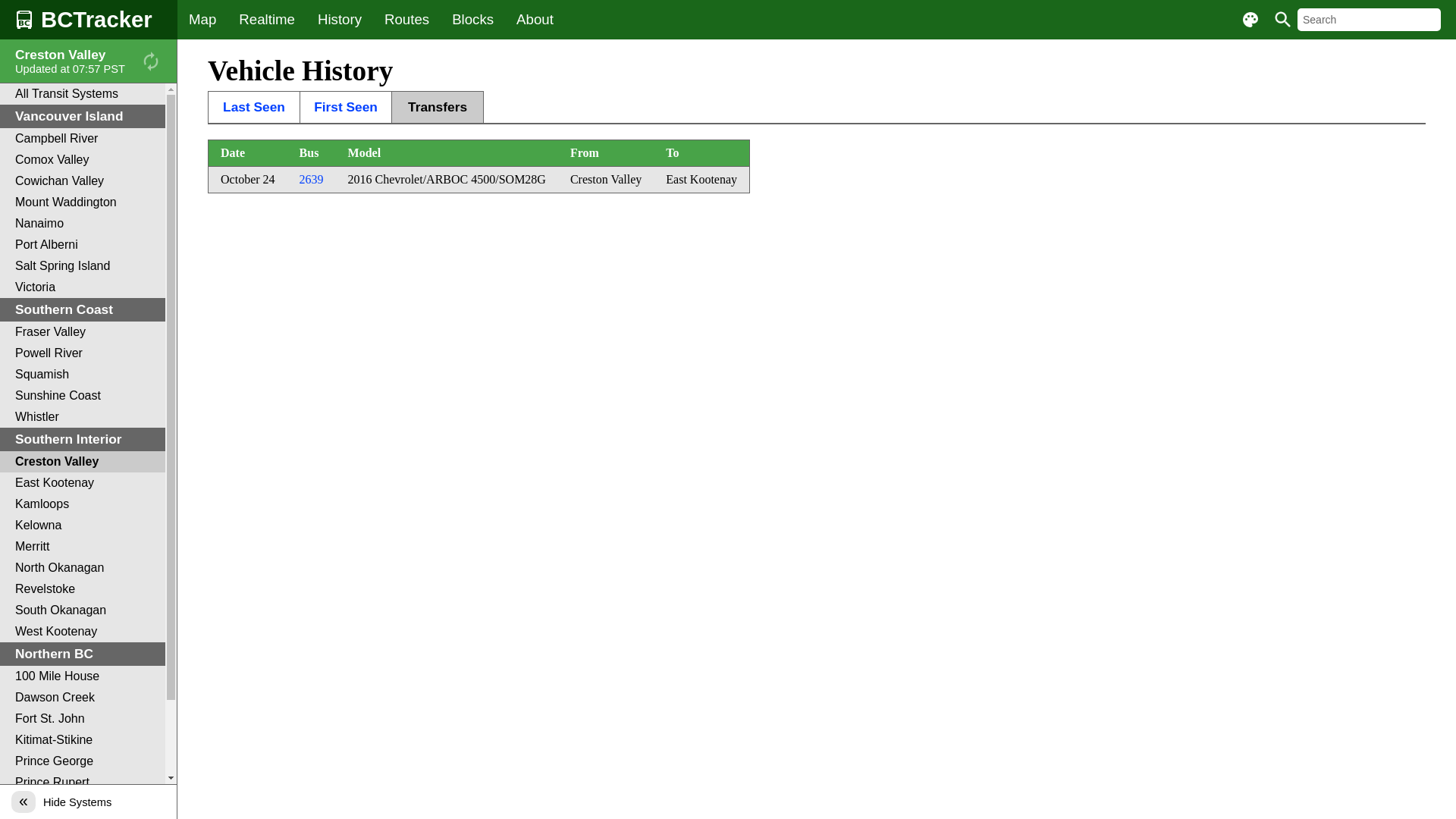  Describe the element at coordinates (0, 180) in the screenshot. I see `'Cowichan Valley'` at that location.